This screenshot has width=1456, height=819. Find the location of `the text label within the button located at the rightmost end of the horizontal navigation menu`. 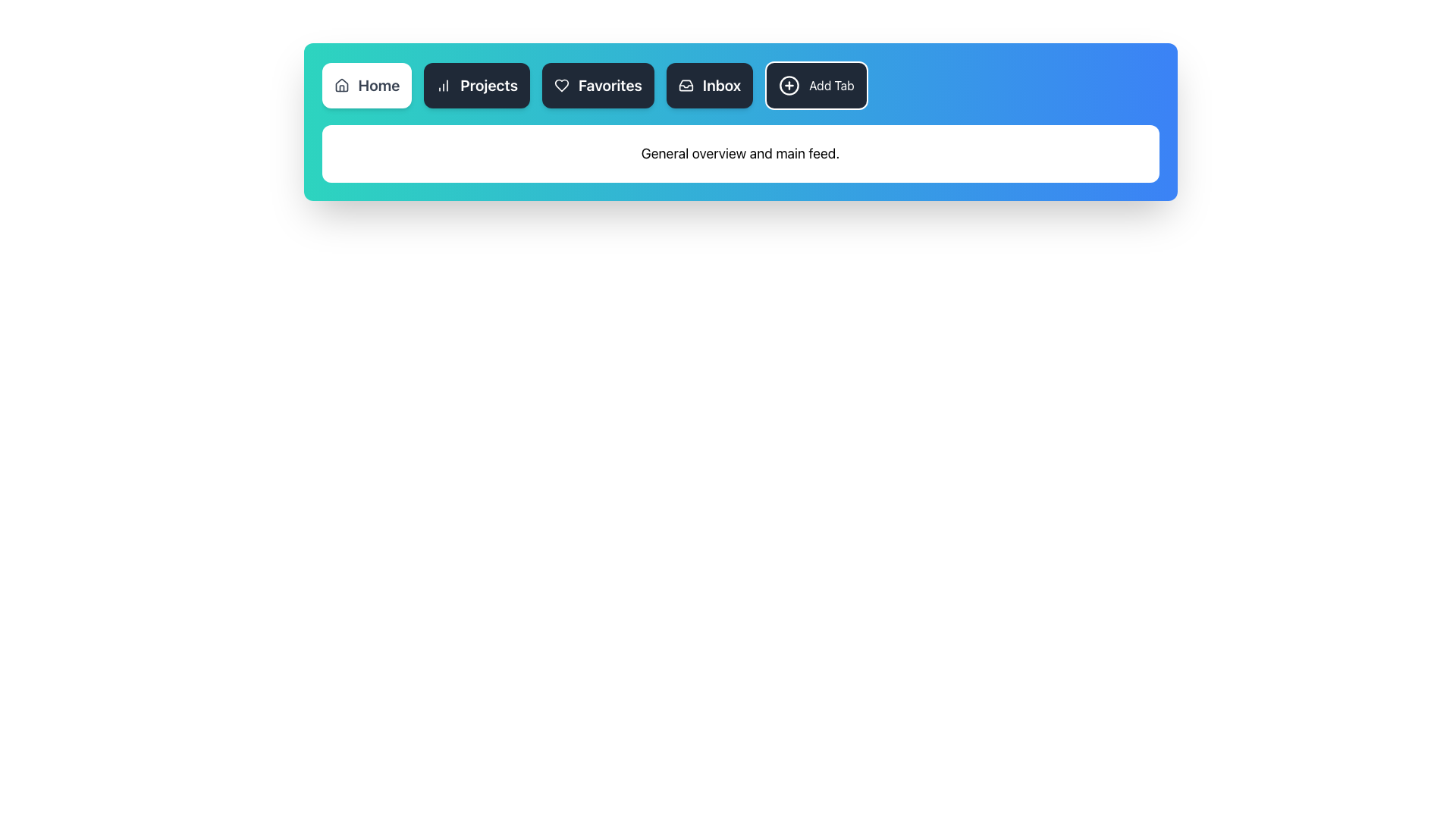

the text label within the button located at the rightmost end of the horizontal navigation menu is located at coordinates (830, 85).